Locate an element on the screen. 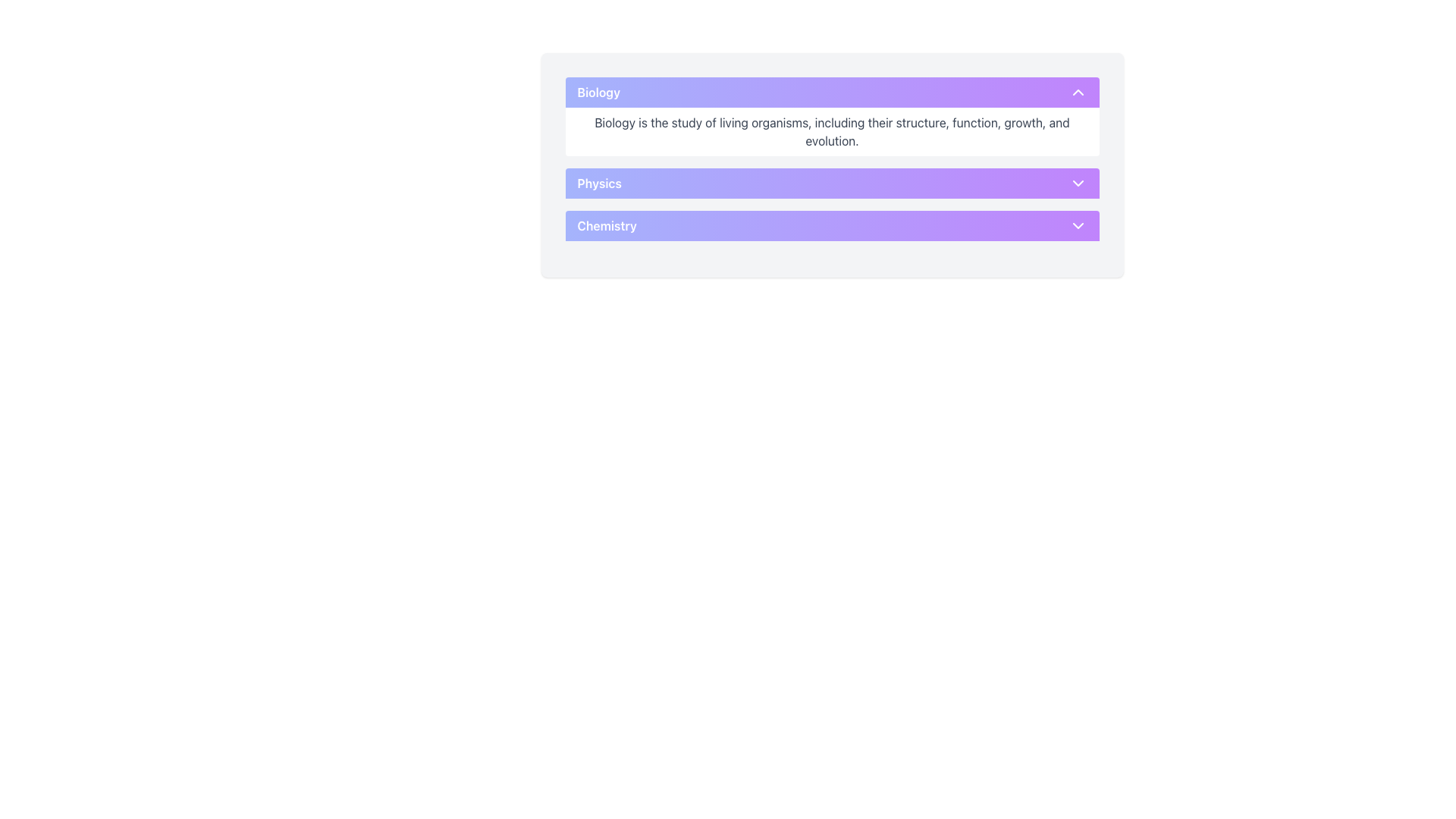  text content of the label displaying 'Physics', which is in bold typeface and located in the horizontal bar with a gradient background, positioned to the left of an arrow icon is located at coordinates (598, 183).